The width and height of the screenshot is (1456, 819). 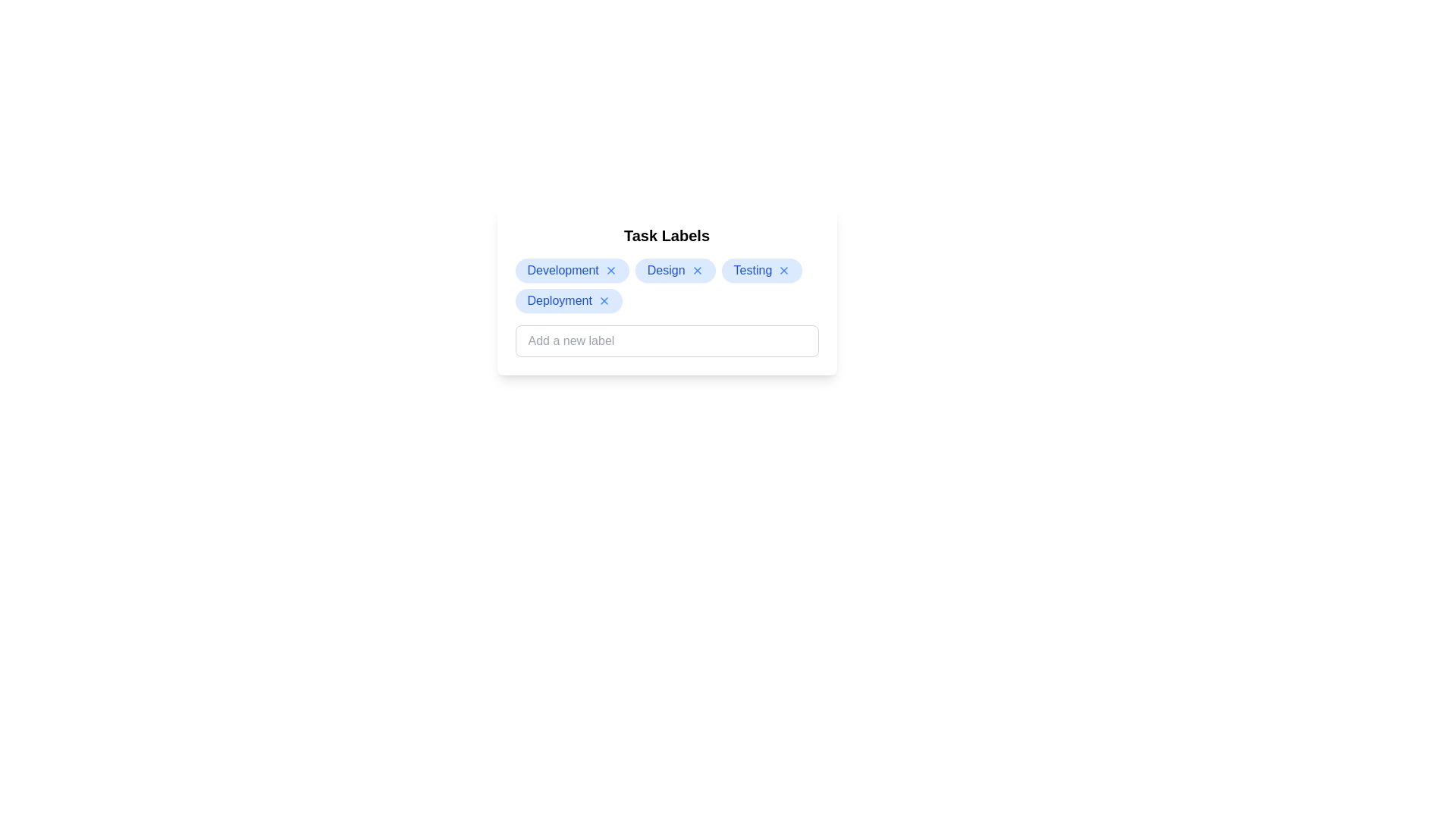 What do you see at coordinates (571, 270) in the screenshot?
I see `the 'Development' removable label to trigger interaction feedback` at bounding box center [571, 270].